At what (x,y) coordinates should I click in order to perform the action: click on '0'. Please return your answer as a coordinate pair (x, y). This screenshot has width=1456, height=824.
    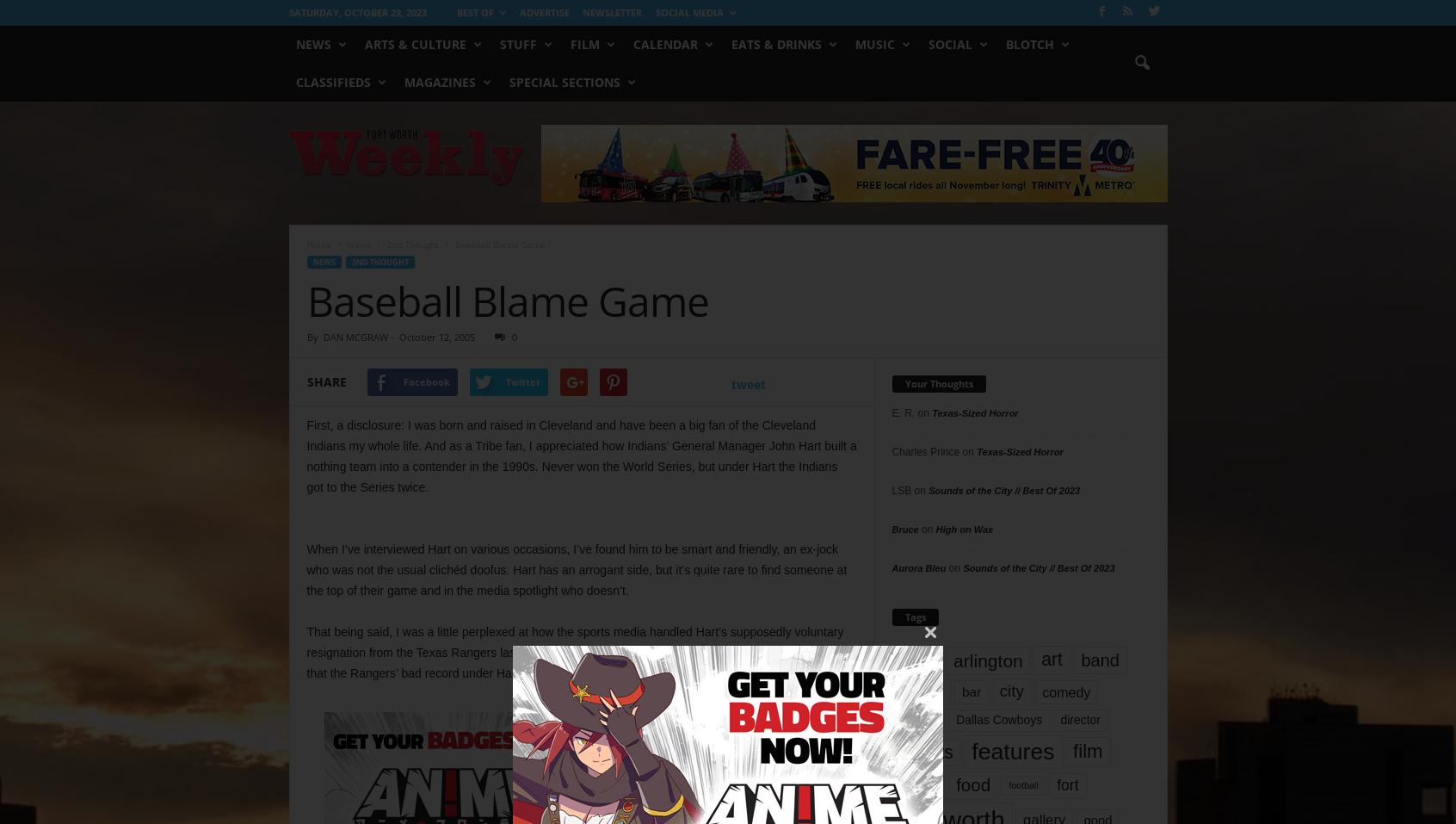
    Looking at the image, I should click on (512, 336).